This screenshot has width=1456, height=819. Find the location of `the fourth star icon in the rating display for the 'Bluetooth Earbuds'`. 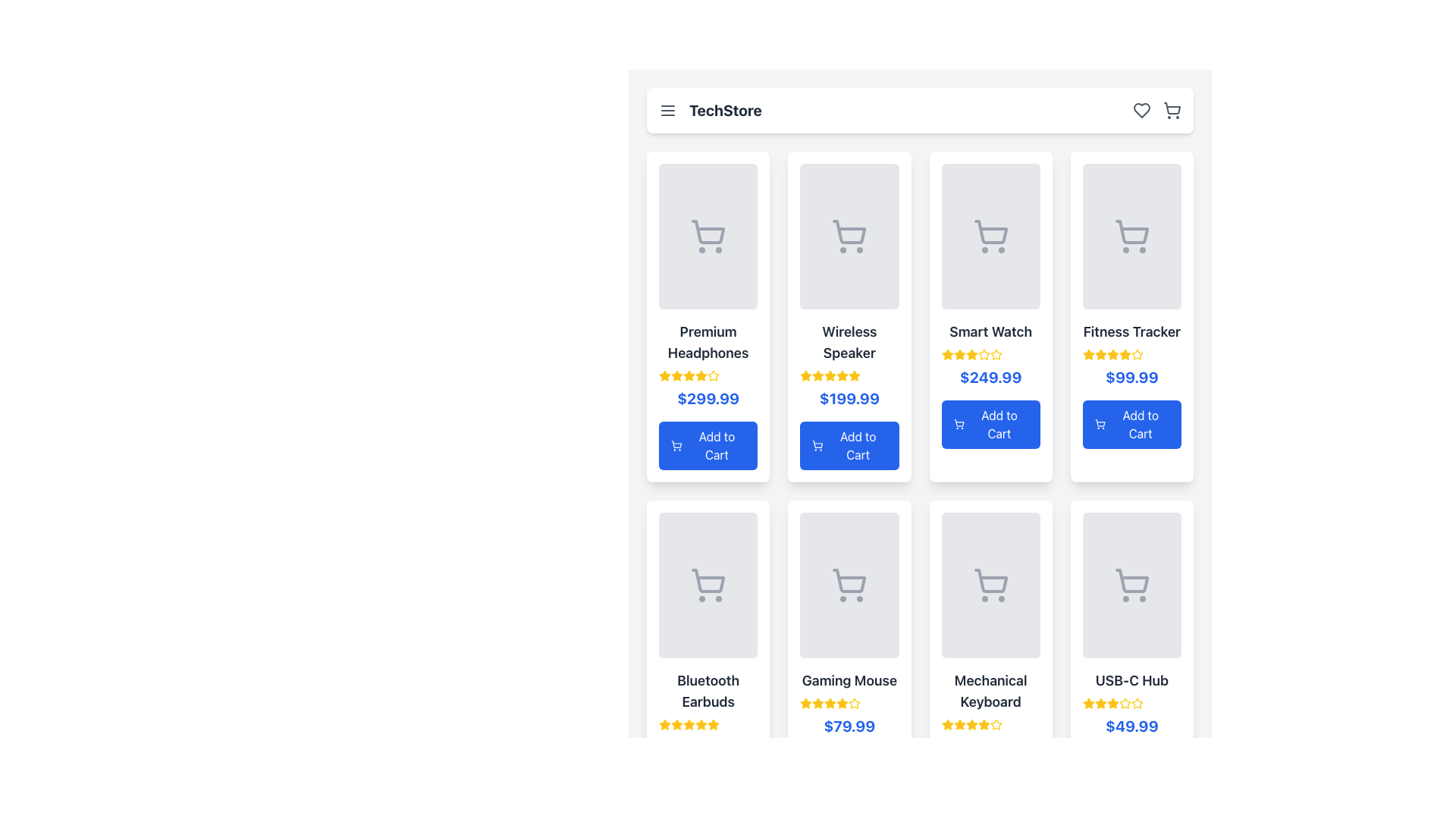

the fourth star icon in the rating display for the 'Bluetooth Earbuds' is located at coordinates (688, 724).